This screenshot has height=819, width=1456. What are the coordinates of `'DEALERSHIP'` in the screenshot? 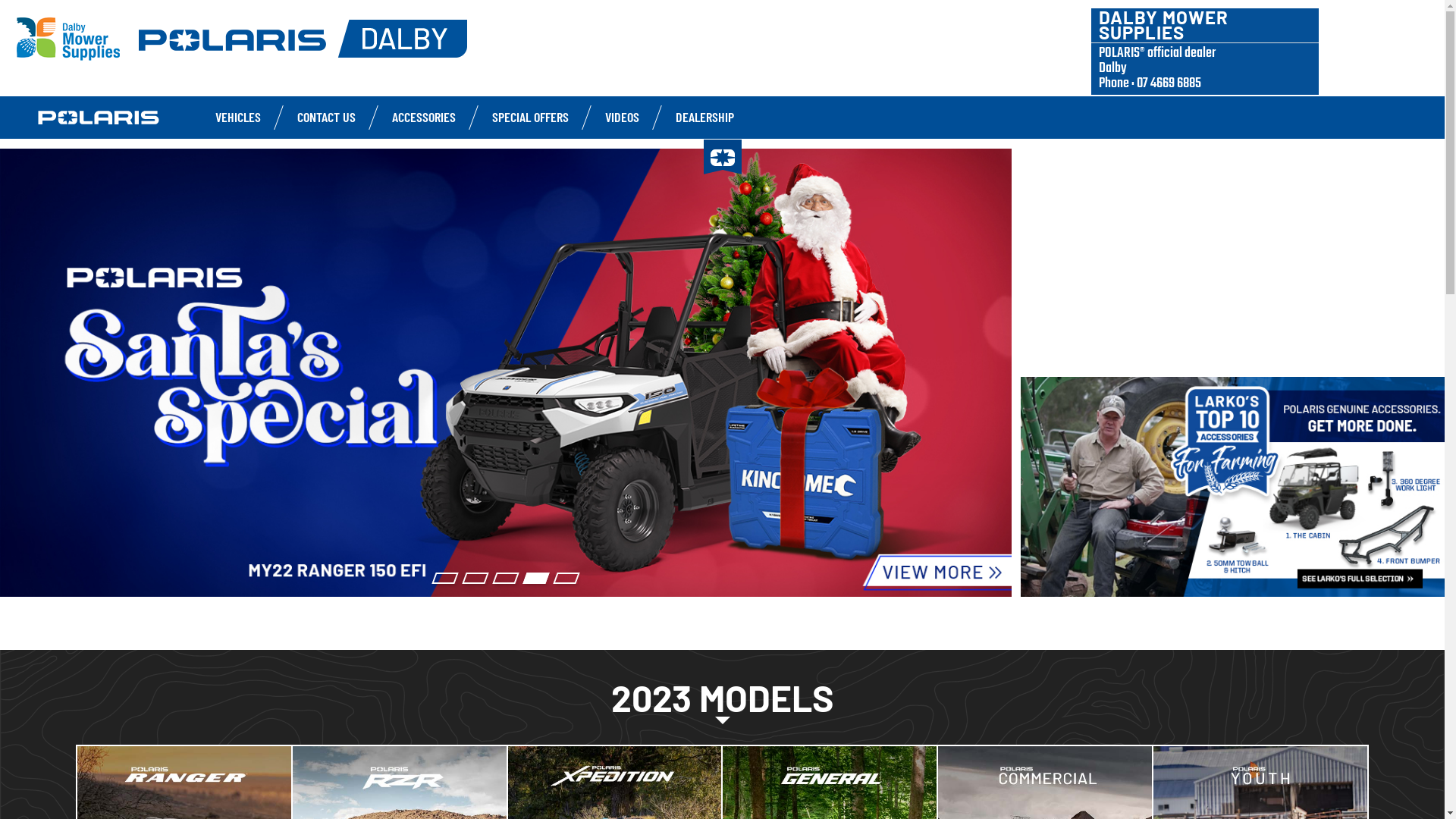 It's located at (704, 116).